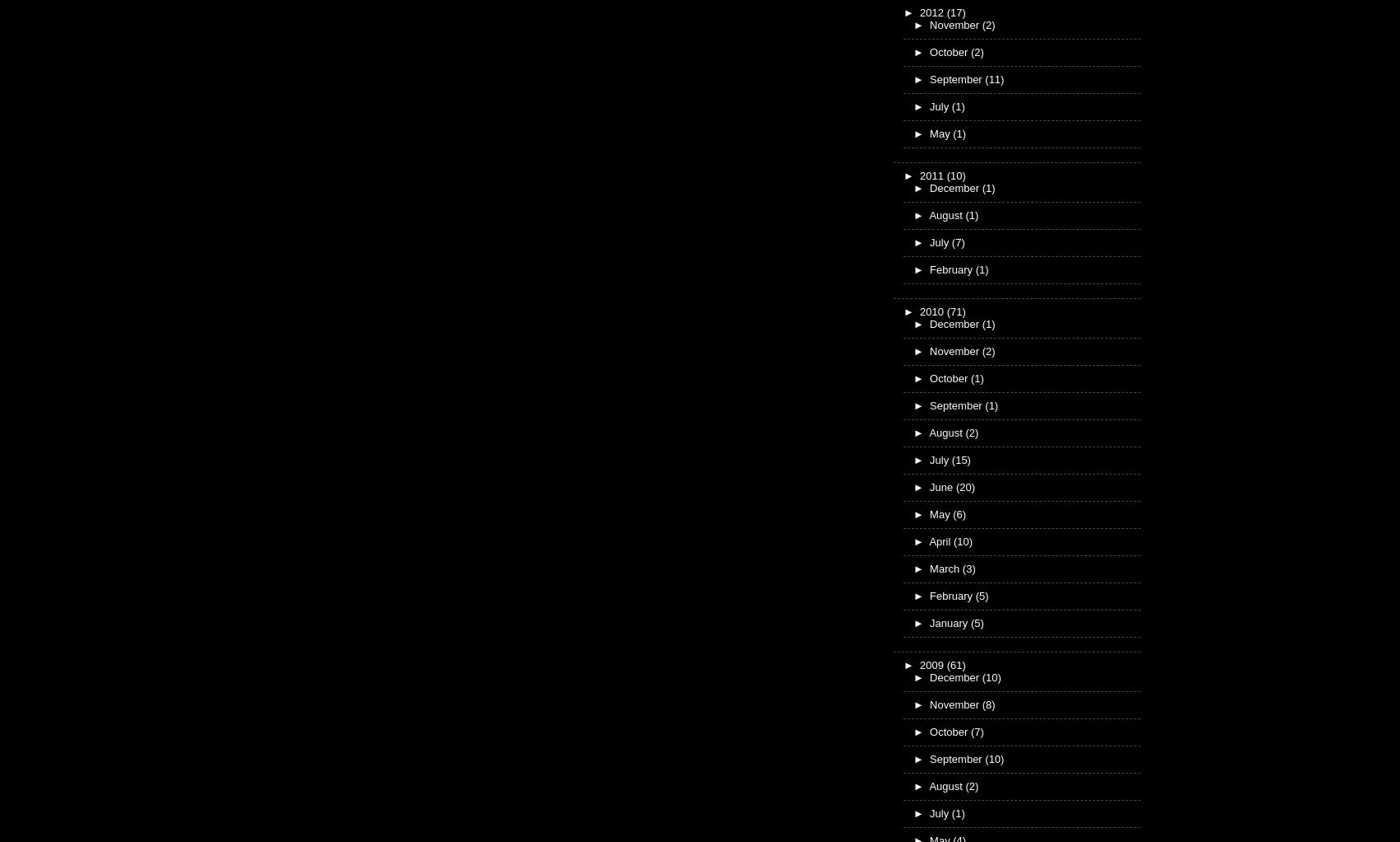  What do you see at coordinates (953, 513) in the screenshot?
I see `'(6)'` at bounding box center [953, 513].